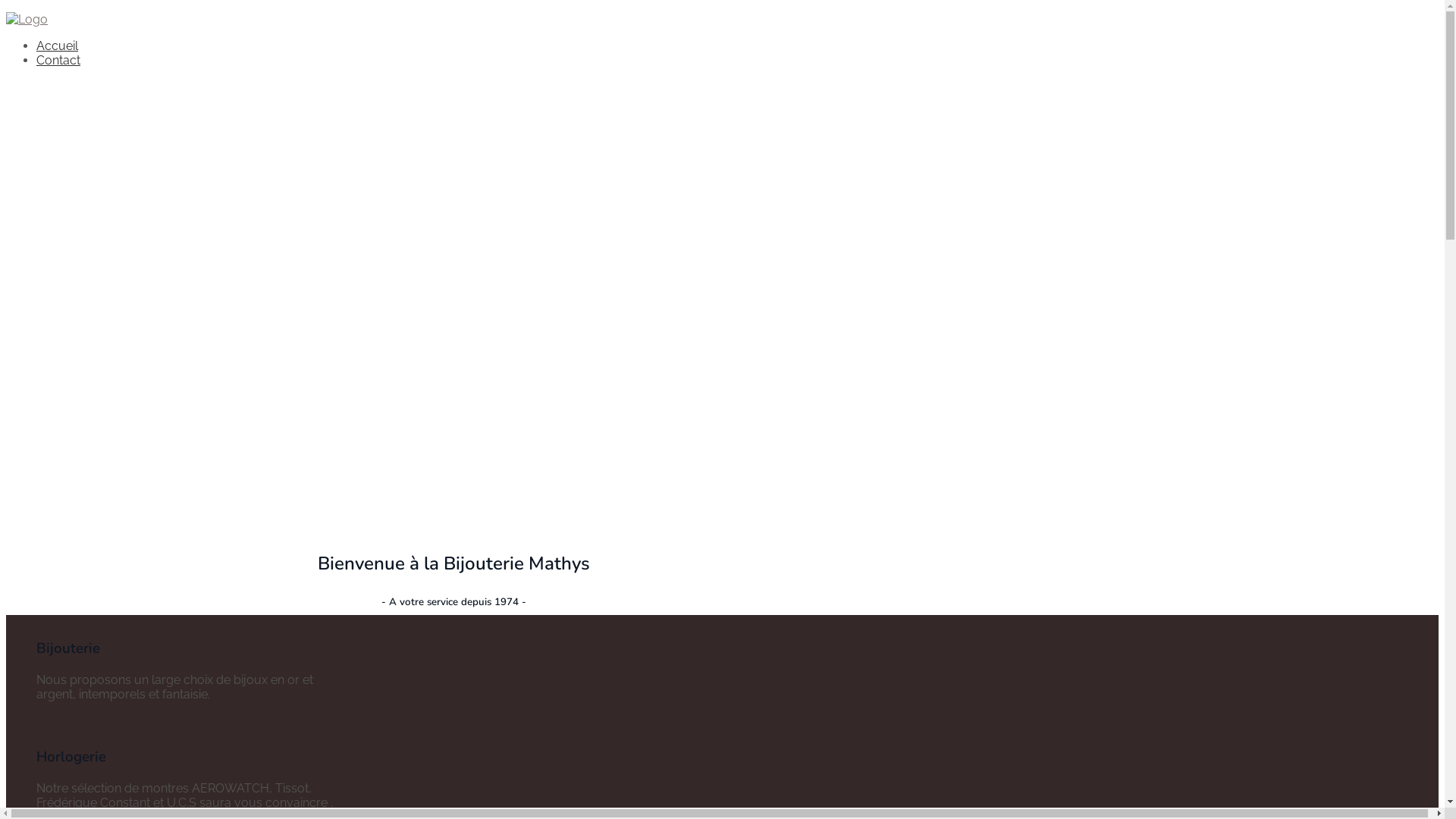 This screenshot has height=819, width=1456. I want to click on 'Accueil', so click(57, 45).